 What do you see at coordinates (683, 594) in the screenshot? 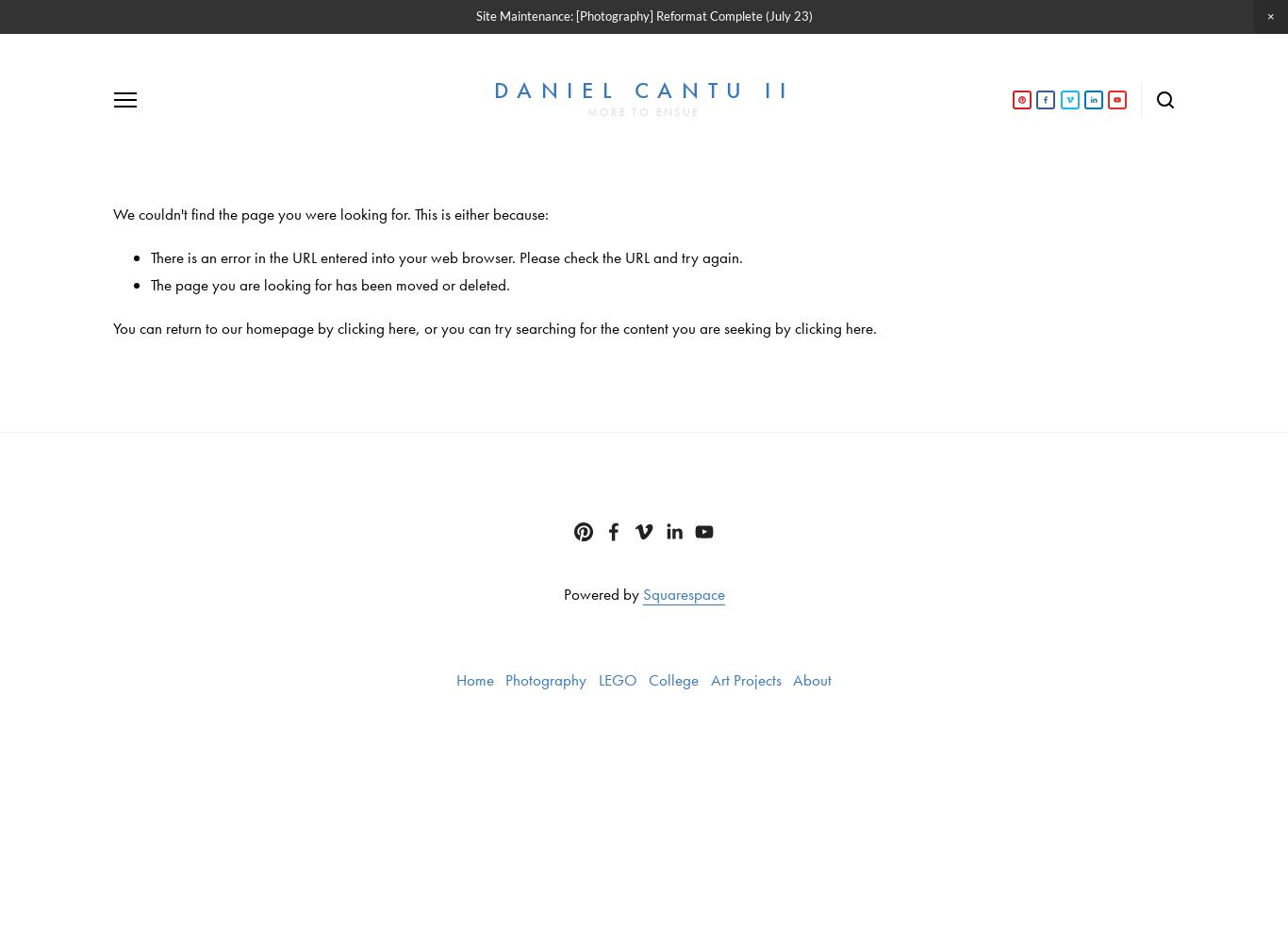
I see `'Squarespace'` at bounding box center [683, 594].